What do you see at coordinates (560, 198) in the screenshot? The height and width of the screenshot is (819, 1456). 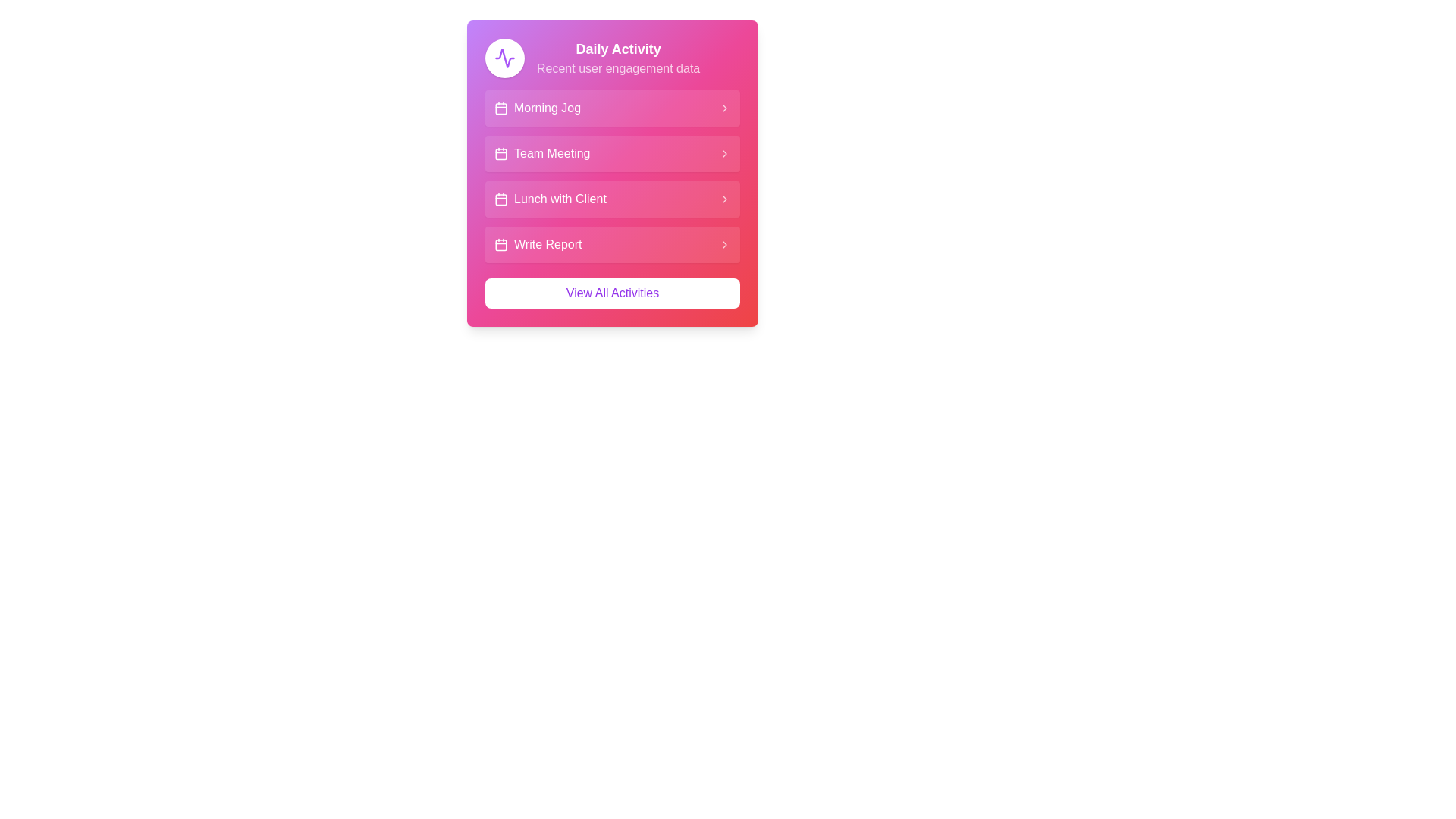 I see `the third text label in the 'Daily Activity' sidebar, which describes the scheduled activity, positioned between 'Team Meeting' and 'Write Report'` at bounding box center [560, 198].